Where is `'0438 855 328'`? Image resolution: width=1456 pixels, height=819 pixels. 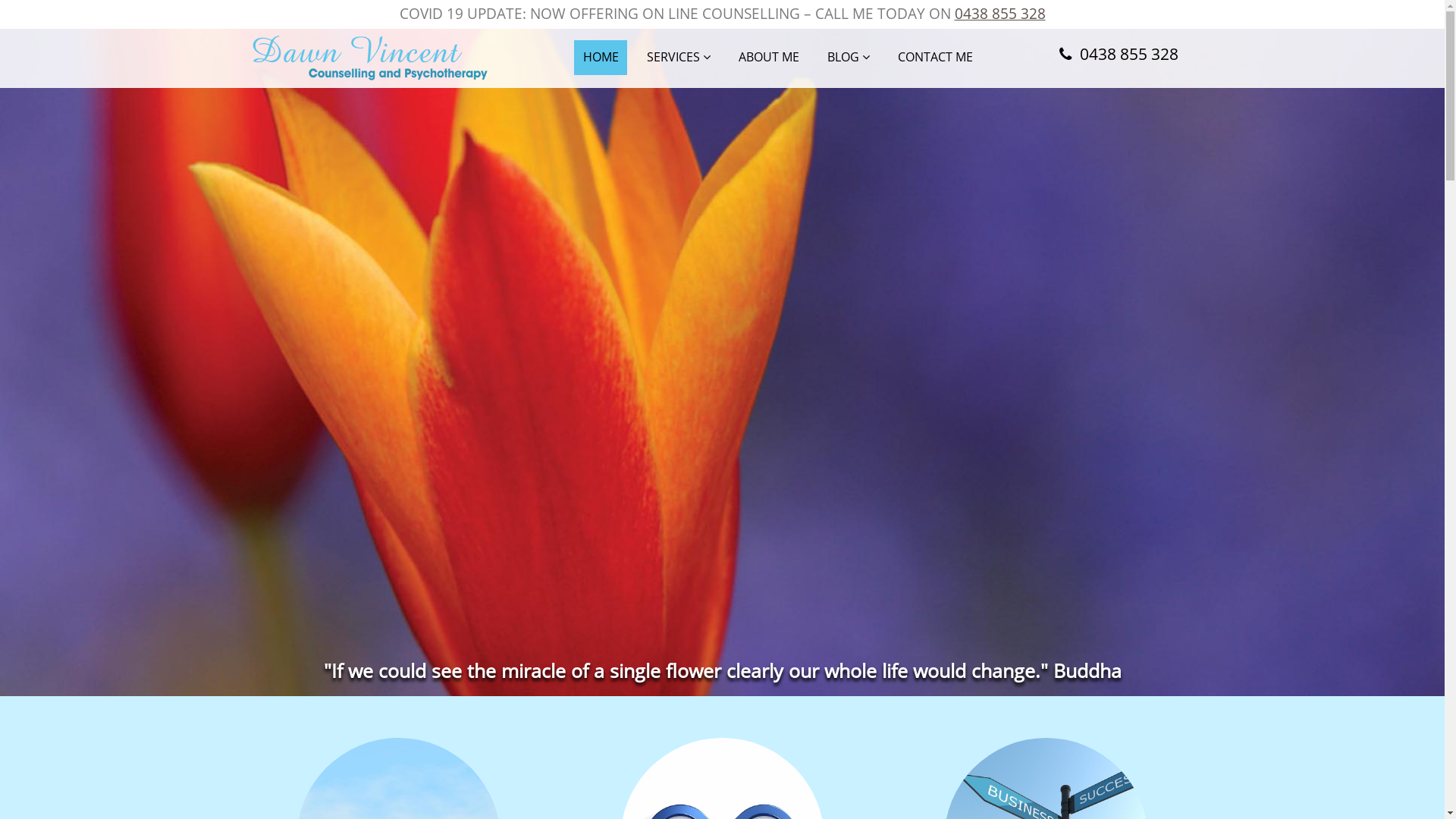 '0438 855 328' is located at coordinates (1116, 55).